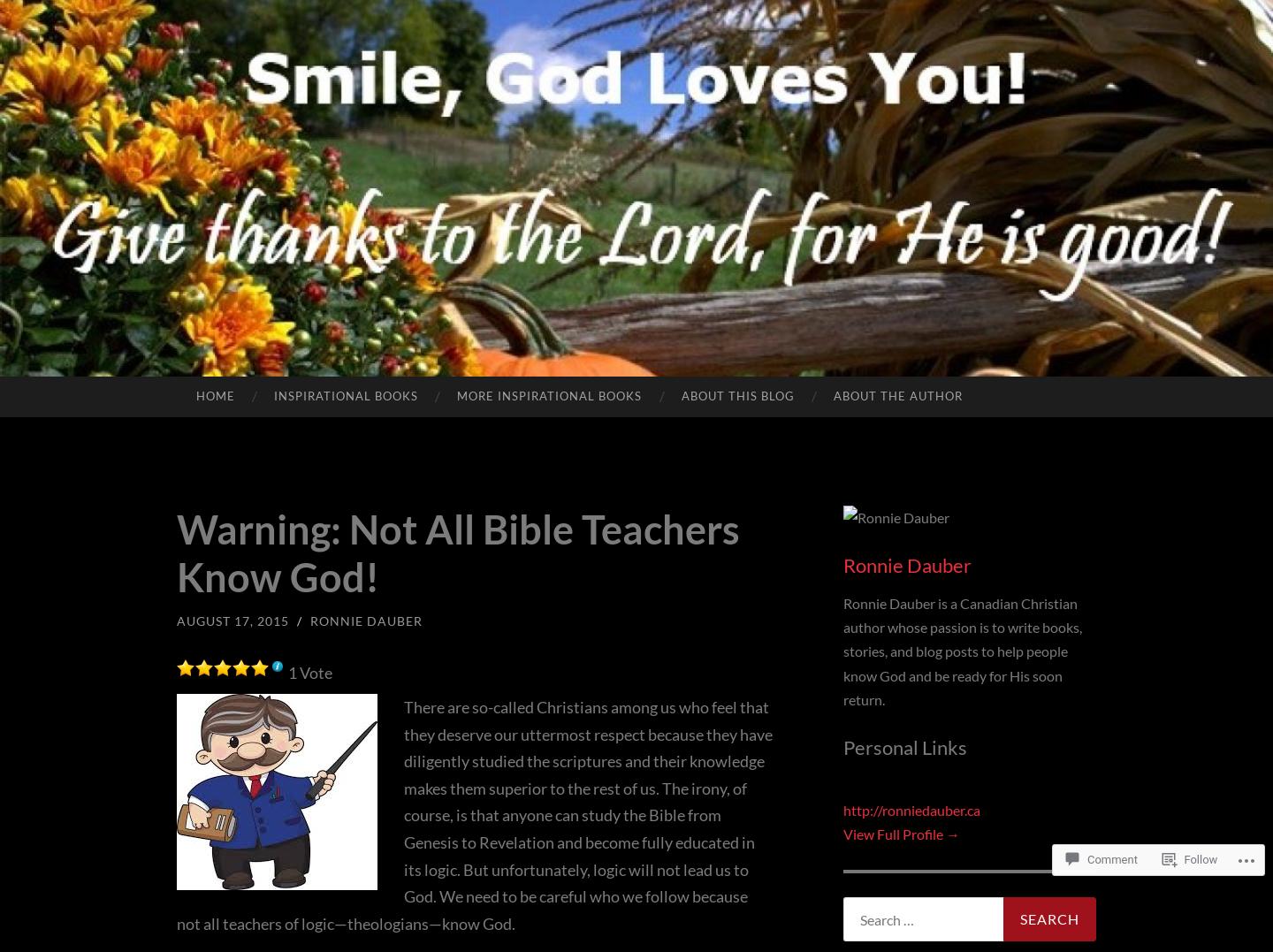 The height and width of the screenshot is (952, 1273). Describe the element at coordinates (911, 808) in the screenshot. I see `'http://ronniedauber.ca'` at that location.